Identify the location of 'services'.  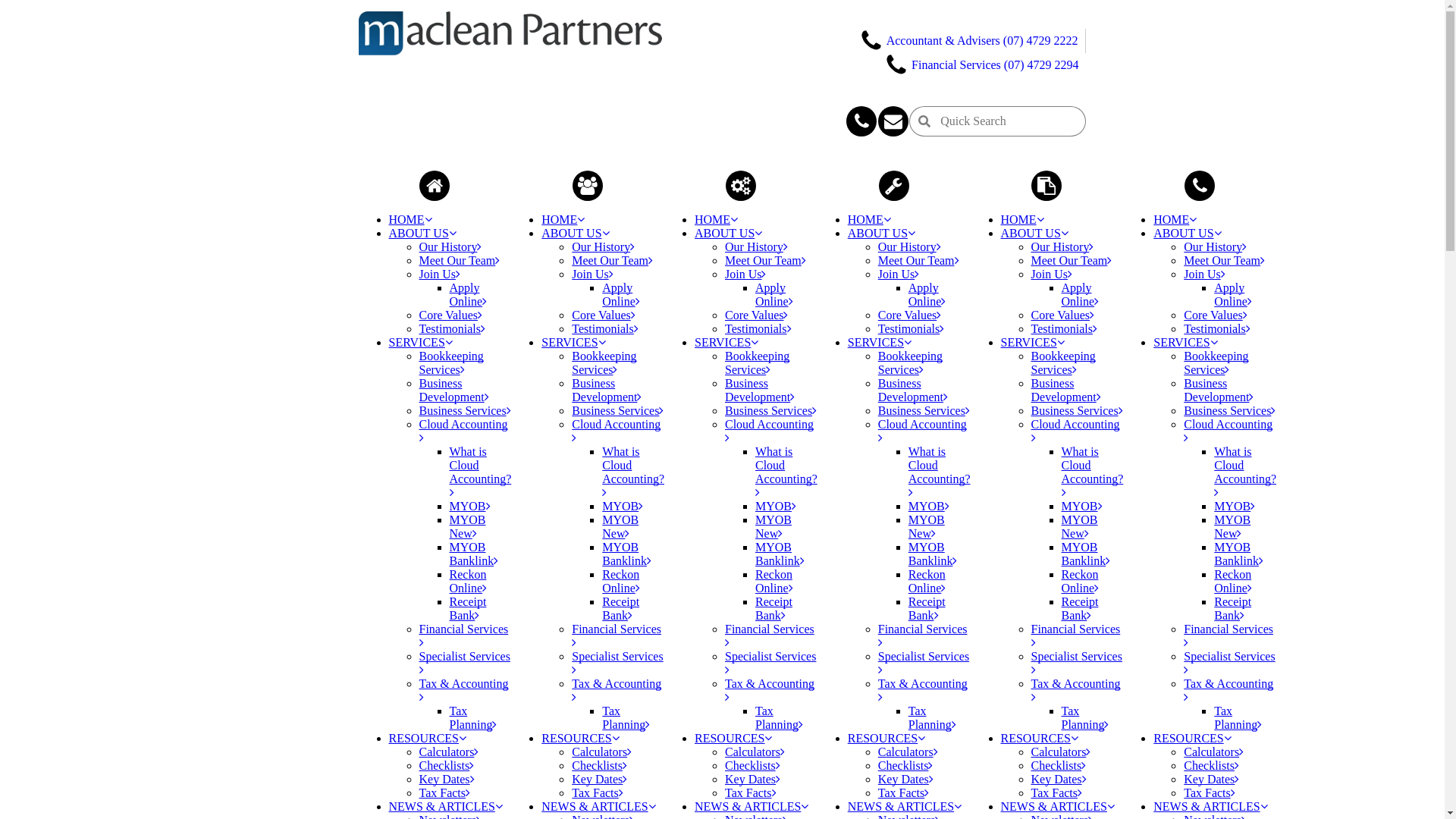
(741, 185).